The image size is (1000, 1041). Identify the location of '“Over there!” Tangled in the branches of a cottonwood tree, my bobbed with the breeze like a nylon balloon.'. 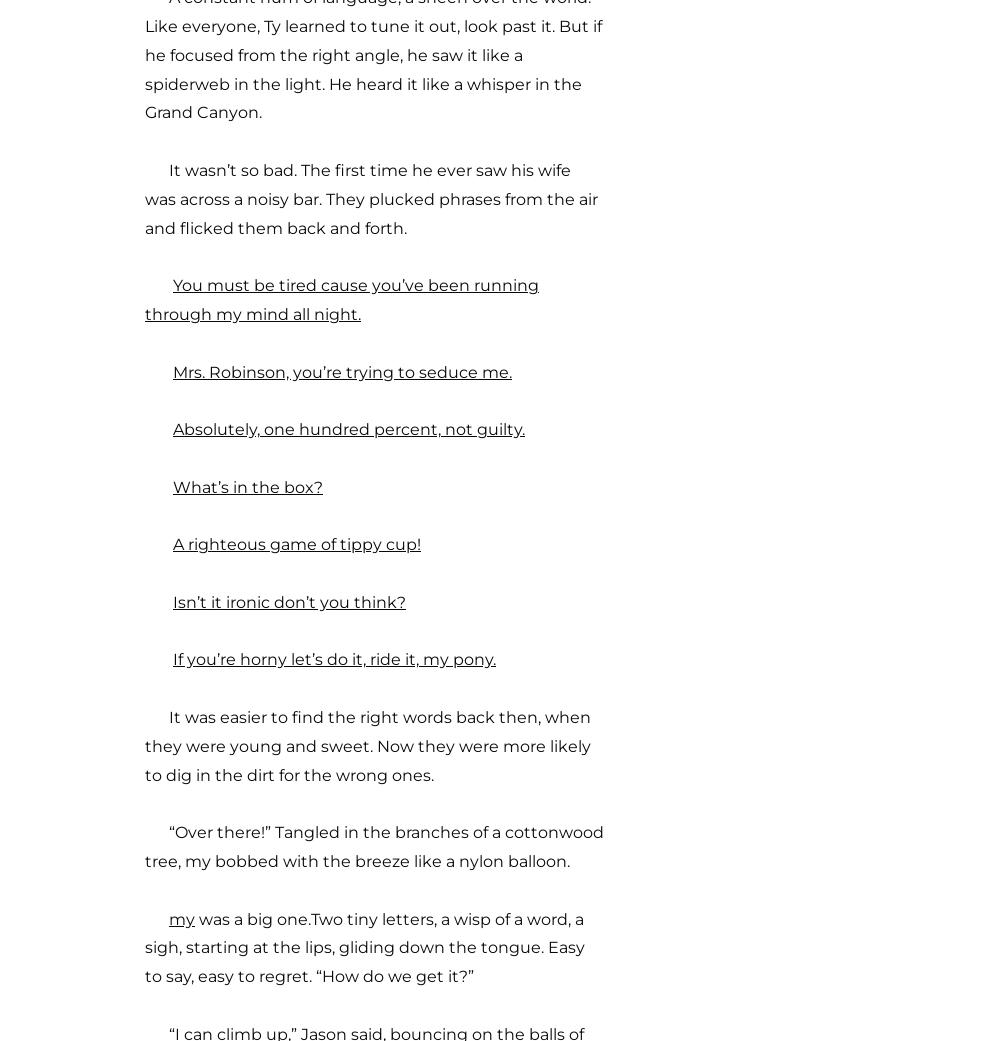
(145, 845).